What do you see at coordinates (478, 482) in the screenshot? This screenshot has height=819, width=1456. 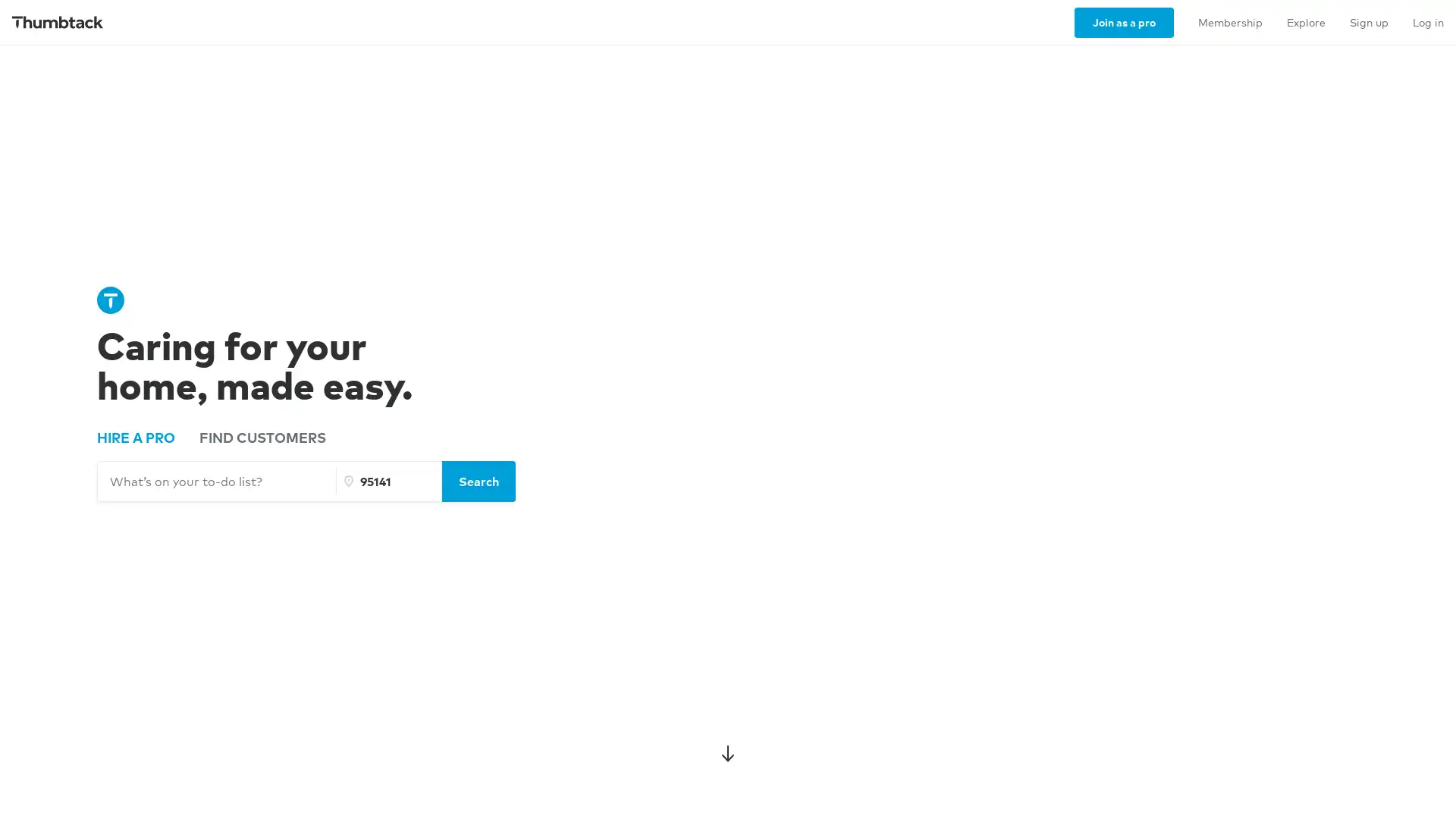 I see `Search` at bounding box center [478, 482].